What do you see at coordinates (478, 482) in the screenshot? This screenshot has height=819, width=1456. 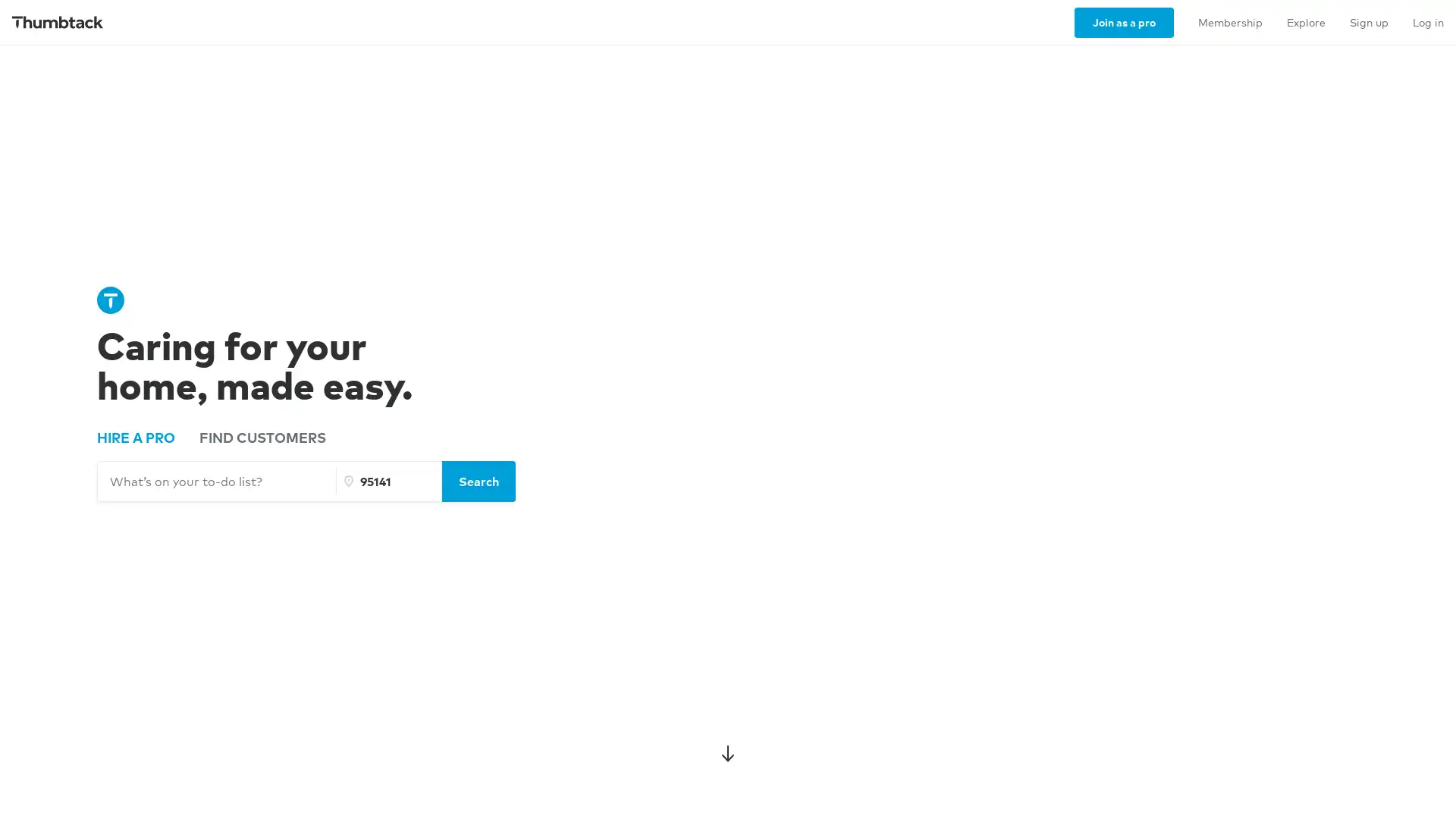 I see `Search` at bounding box center [478, 482].